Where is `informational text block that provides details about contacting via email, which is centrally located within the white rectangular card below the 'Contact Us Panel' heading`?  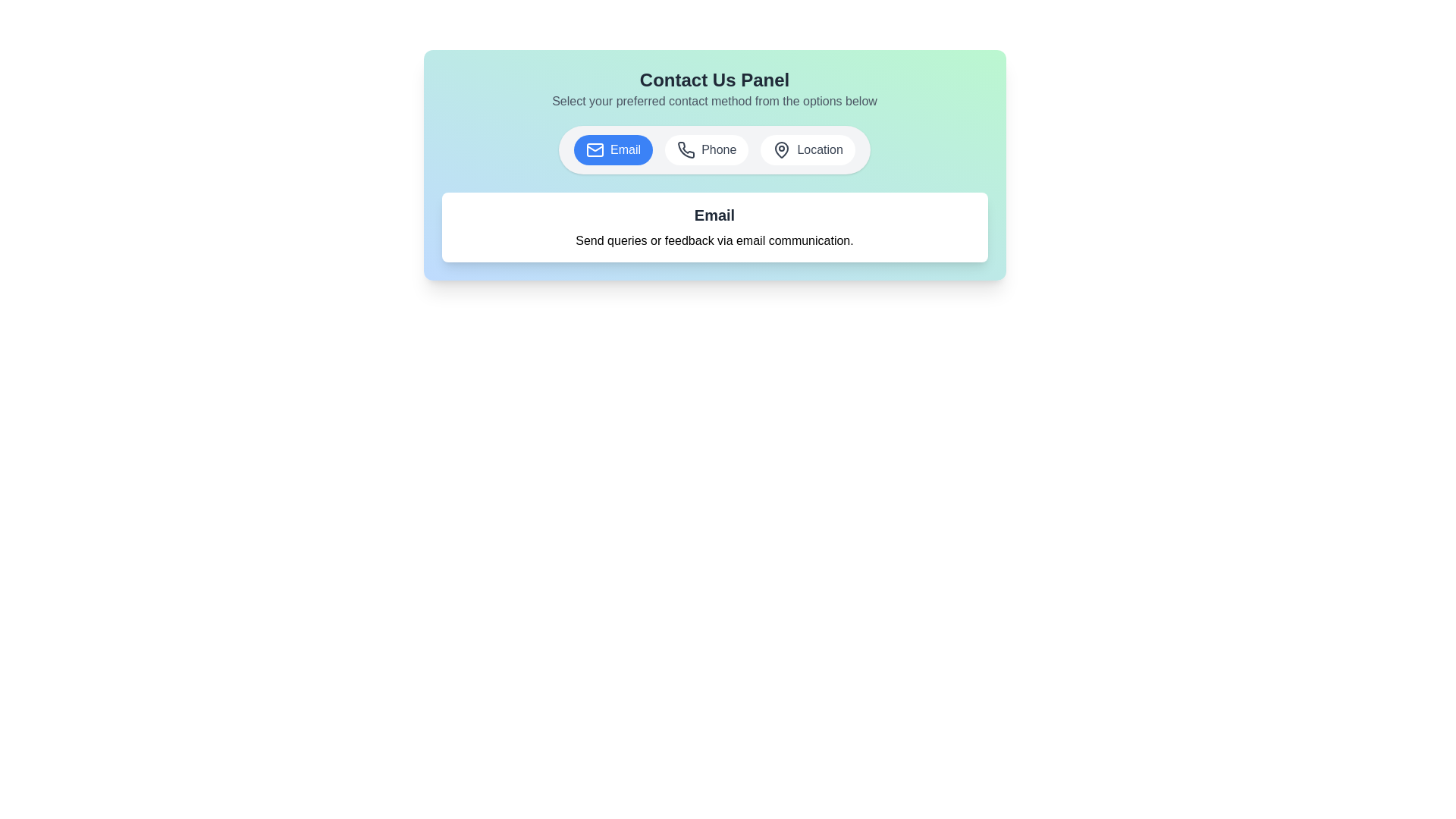 informational text block that provides details about contacting via email, which is centrally located within the white rectangular card below the 'Contact Us Panel' heading is located at coordinates (714, 227).